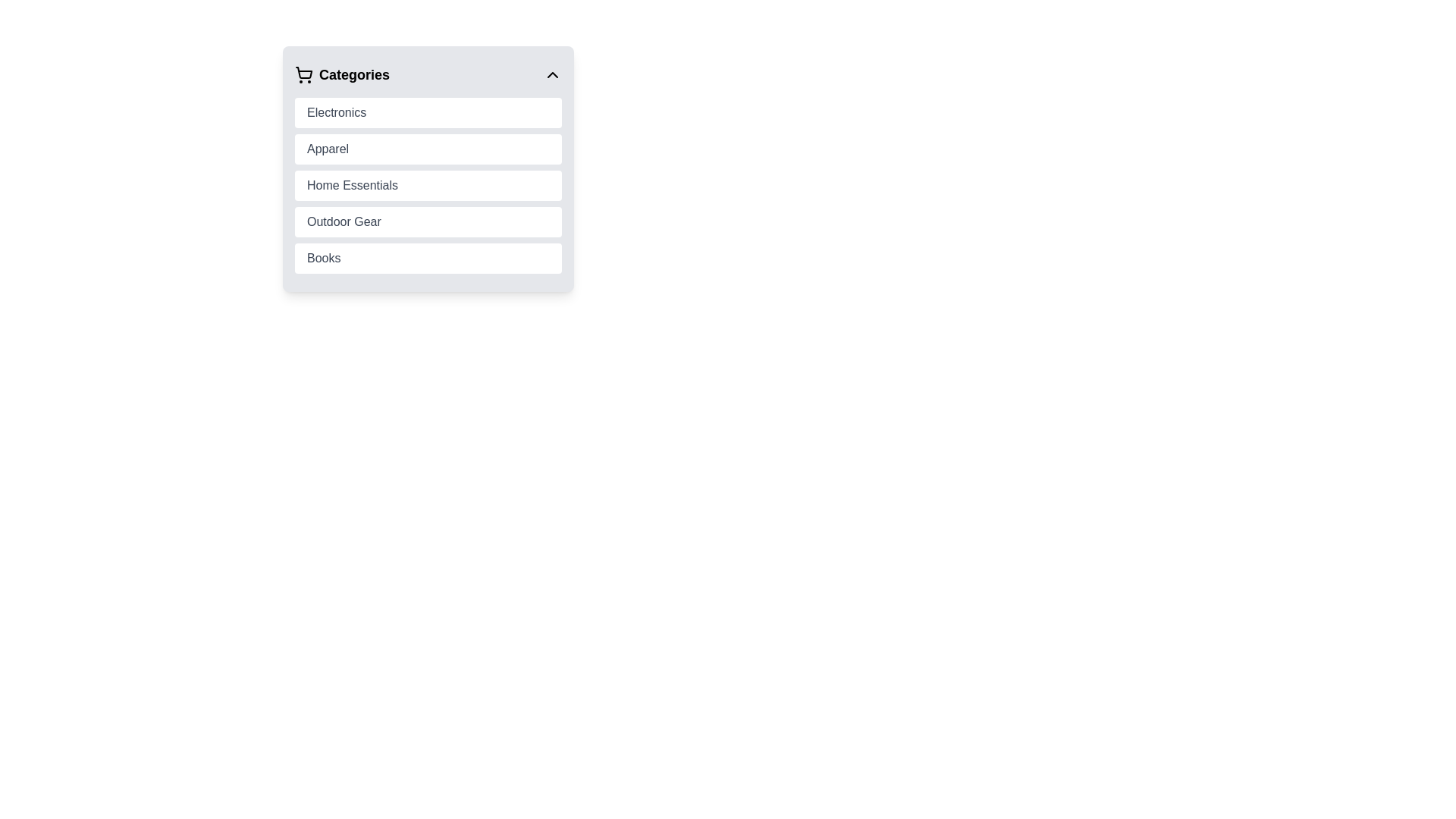  Describe the element at coordinates (428, 185) in the screenshot. I see `the 'Home Essentials' button, which is the third item in the vertical list of buttons under the 'Categories' section, positioned below the 'Apparel' button and above the 'Outdoor Gear' button` at that location.